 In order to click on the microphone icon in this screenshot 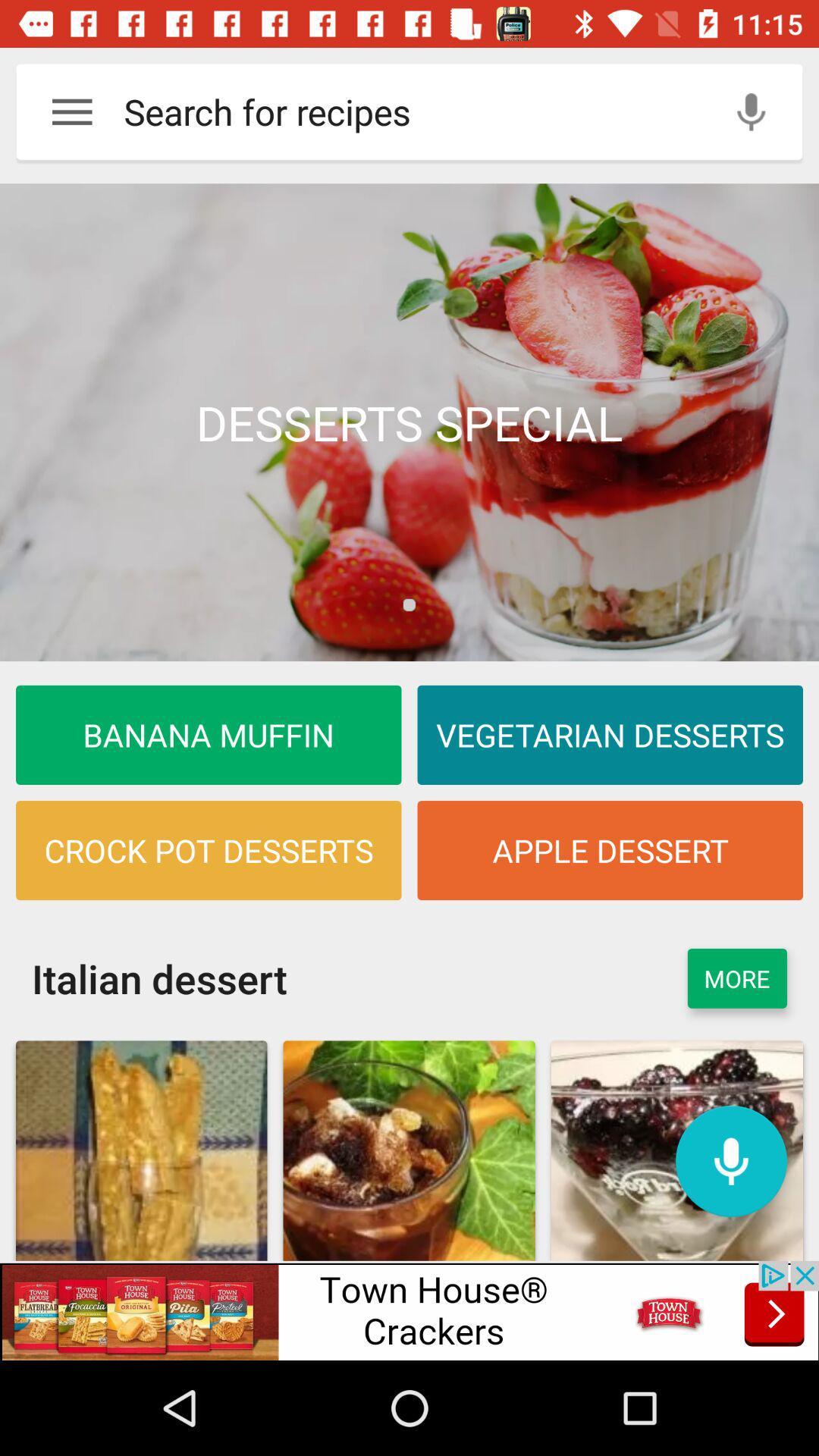, I will do `click(751, 111)`.